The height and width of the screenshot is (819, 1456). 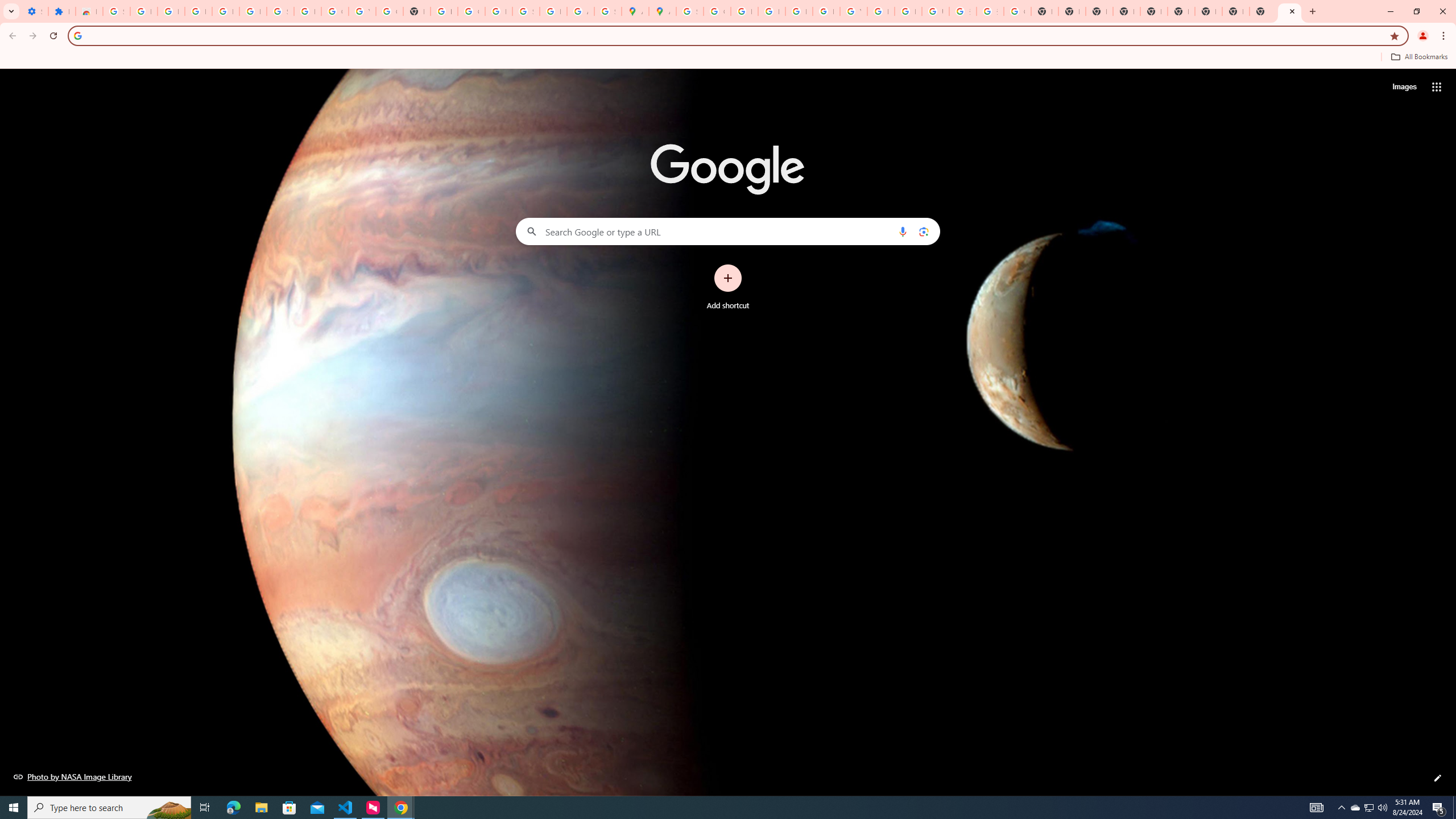 What do you see at coordinates (334, 11) in the screenshot?
I see `'Google Account'` at bounding box center [334, 11].